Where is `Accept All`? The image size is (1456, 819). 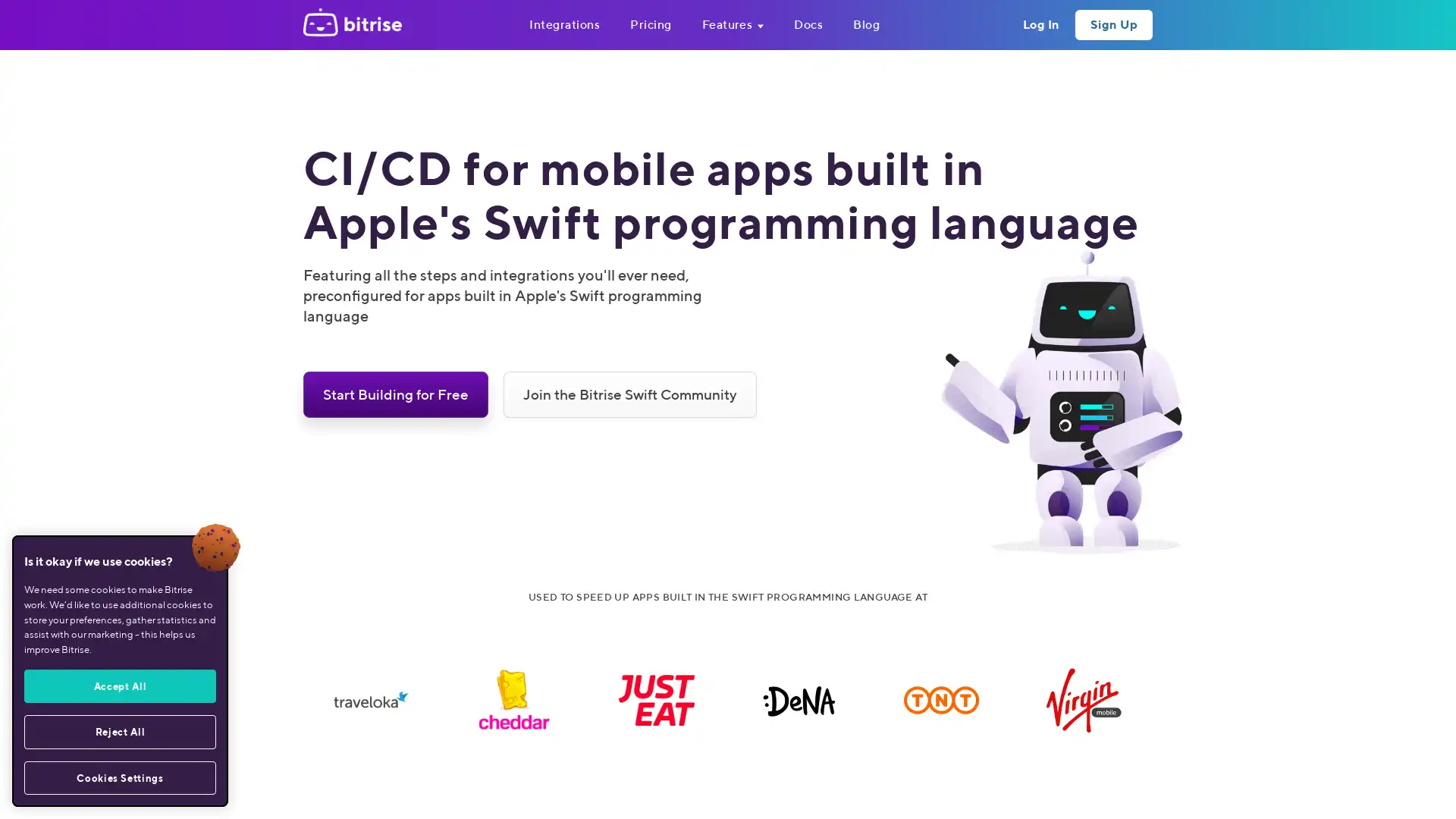 Accept All is located at coordinates (119, 686).